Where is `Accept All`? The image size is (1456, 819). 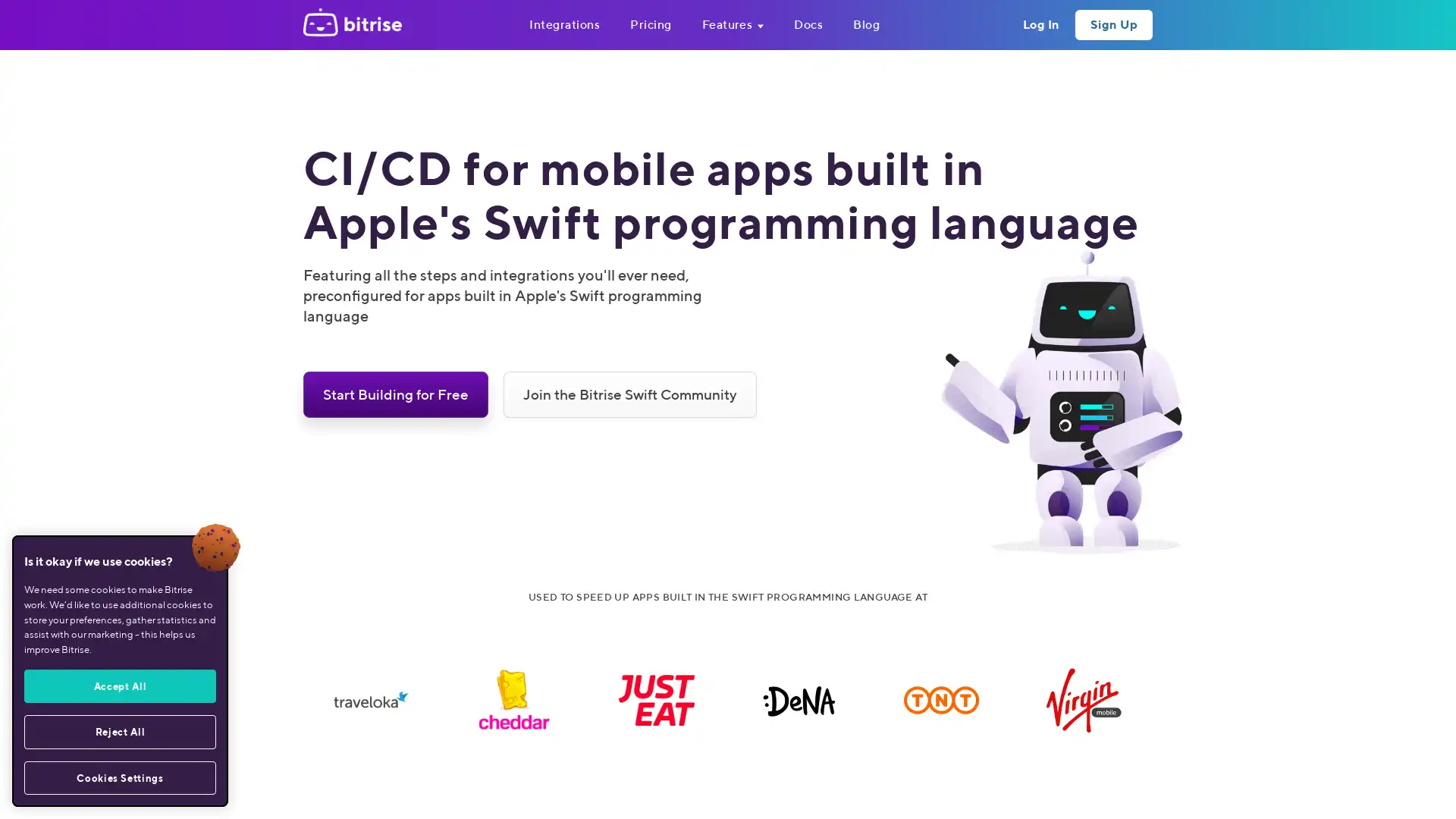 Accept All is located at coordinates (119, 686).